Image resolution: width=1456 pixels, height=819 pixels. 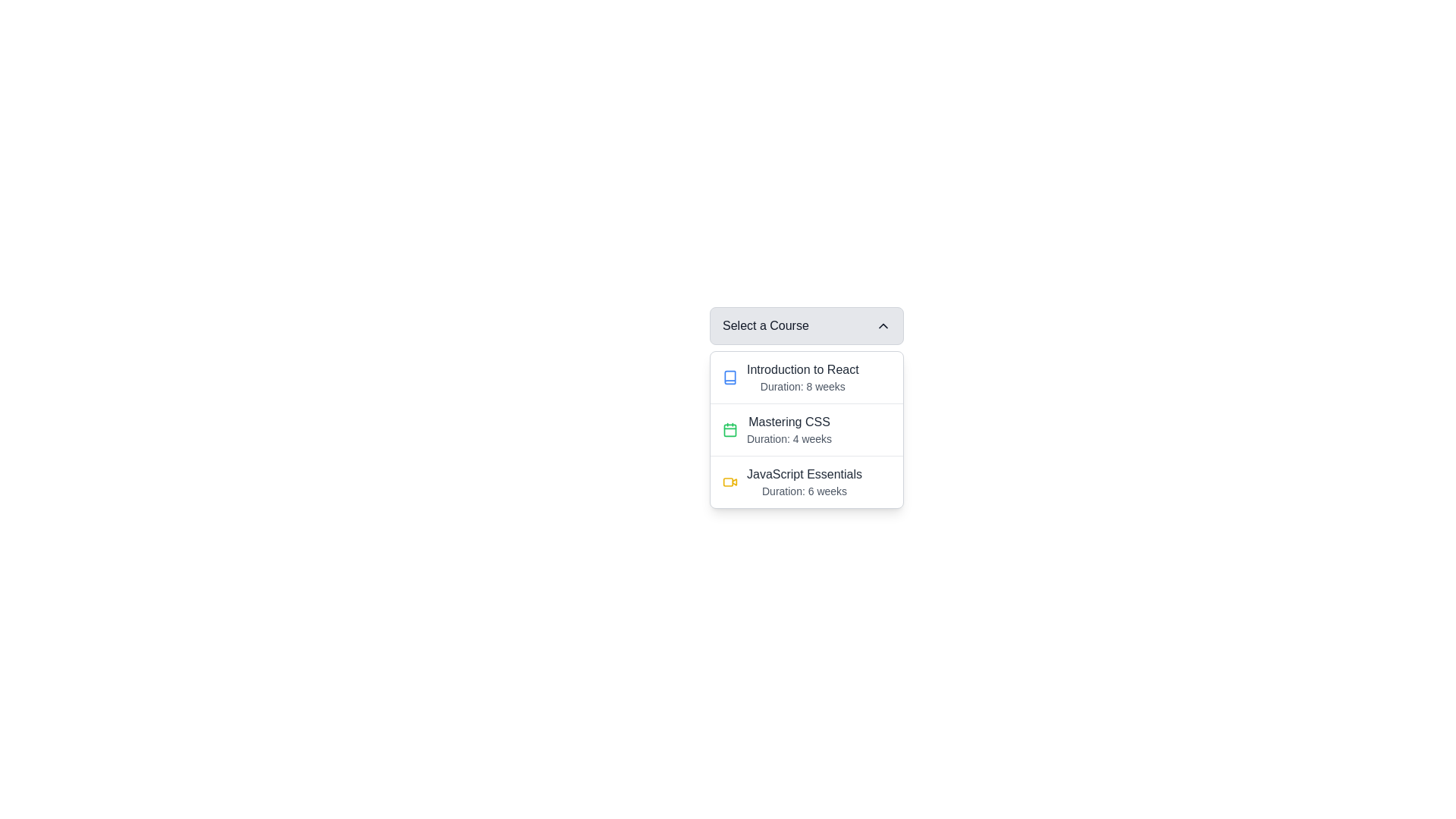 What do you see at coordinates (765, 325) in the screenshot?
I see `the static text label inside the dropdown menu button that indicates the current state or selection` at bounding box center [765, 325].